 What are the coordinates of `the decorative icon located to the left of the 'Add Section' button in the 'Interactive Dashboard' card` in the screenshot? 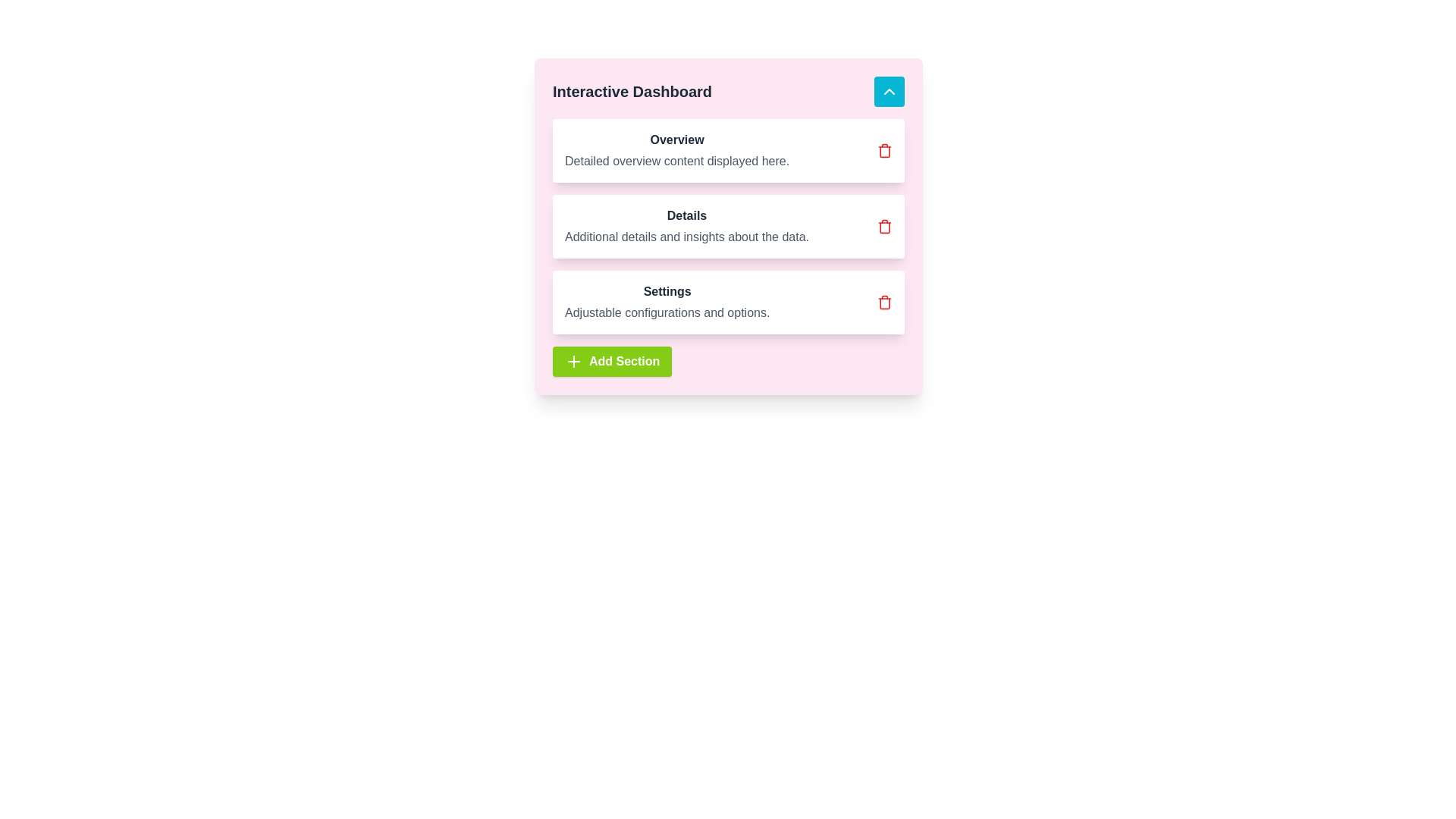 It's located at (573, 362).